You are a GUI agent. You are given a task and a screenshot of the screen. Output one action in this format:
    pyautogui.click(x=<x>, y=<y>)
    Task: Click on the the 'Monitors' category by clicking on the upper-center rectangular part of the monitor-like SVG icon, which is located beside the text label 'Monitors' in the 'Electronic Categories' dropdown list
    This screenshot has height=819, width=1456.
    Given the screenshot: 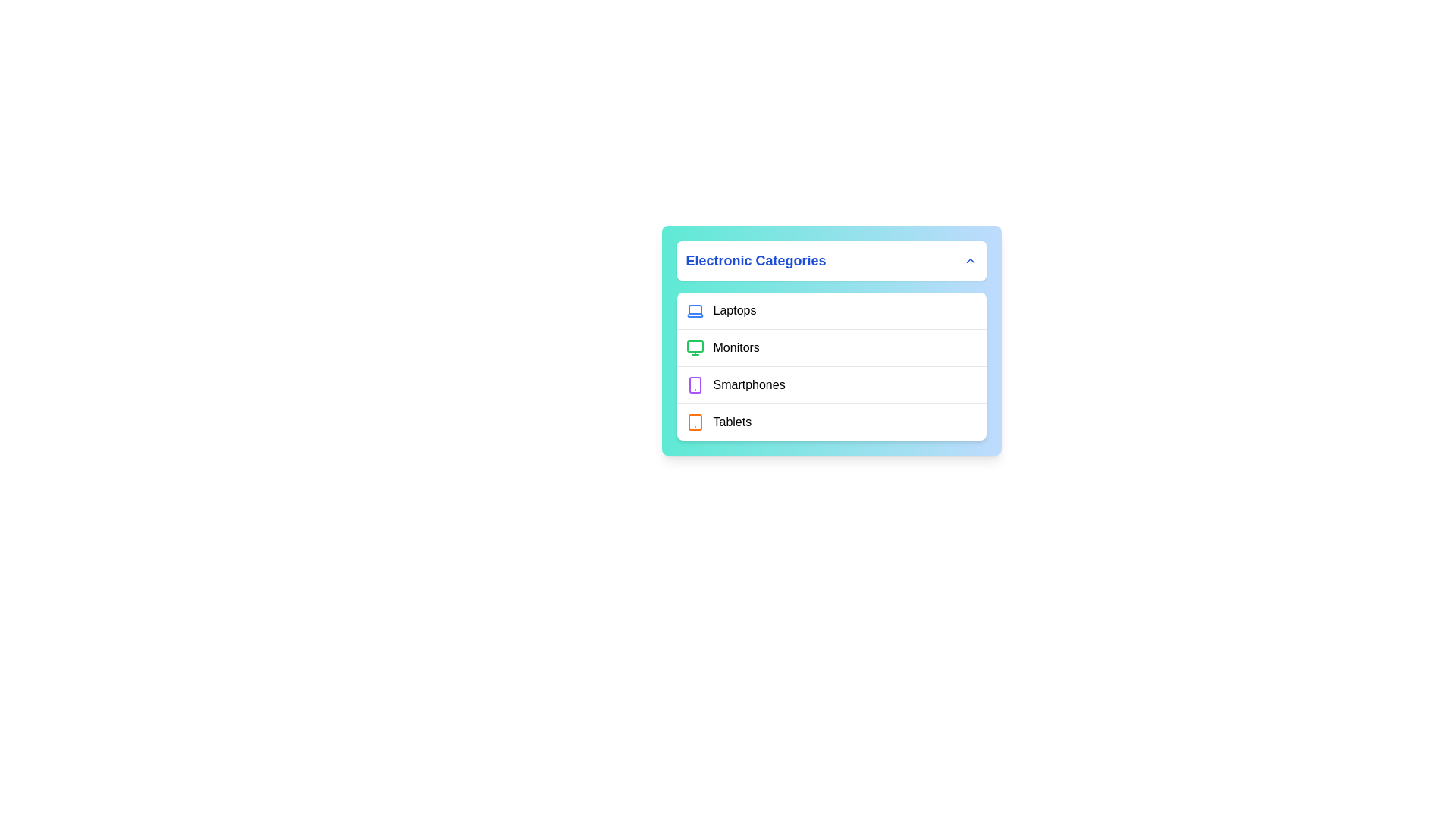 What is the action you would take?
    pyautogui.click(x=694, y=346)
    